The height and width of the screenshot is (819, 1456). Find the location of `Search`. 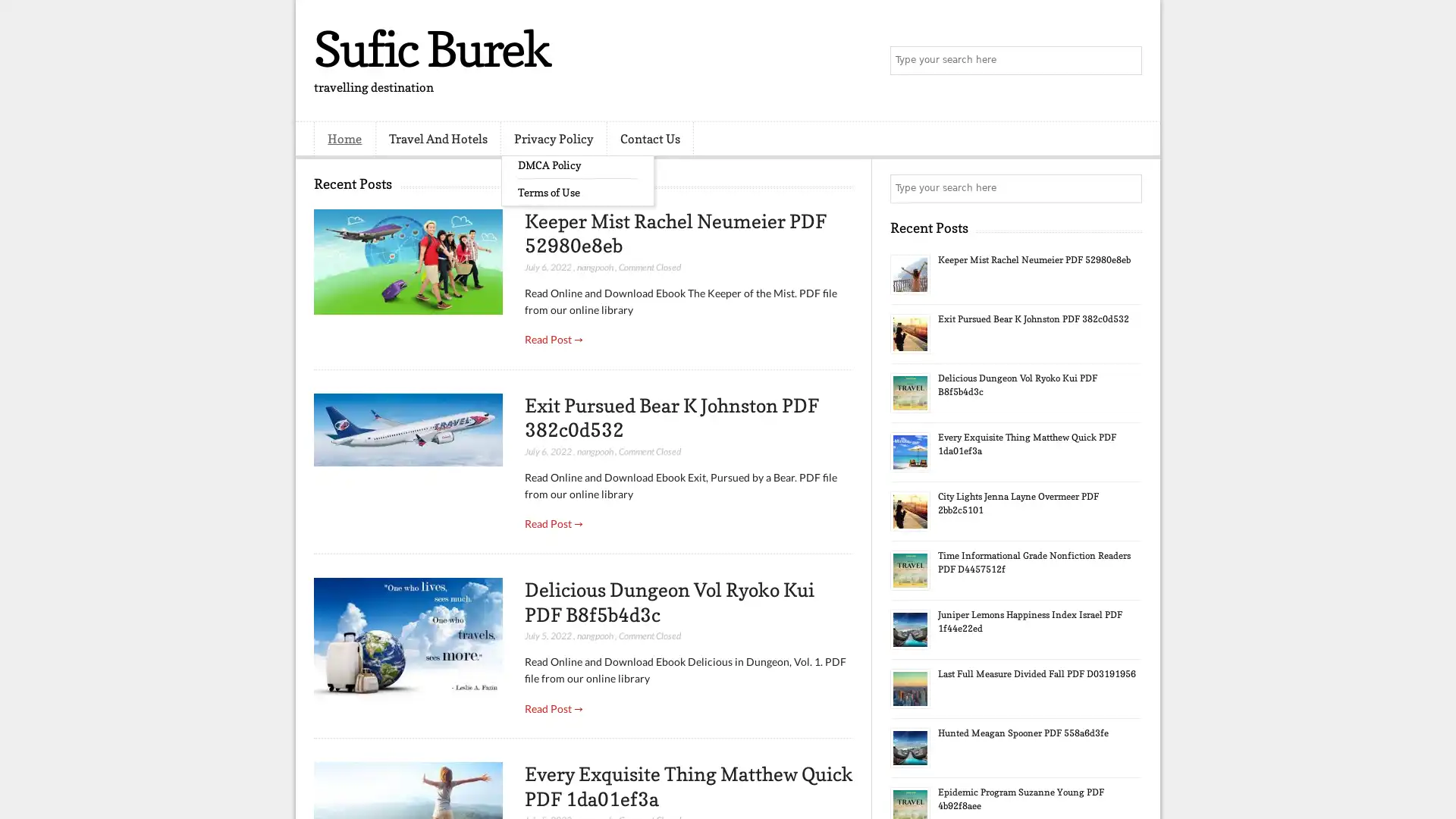

Search is located at coordinates (1126, 188).